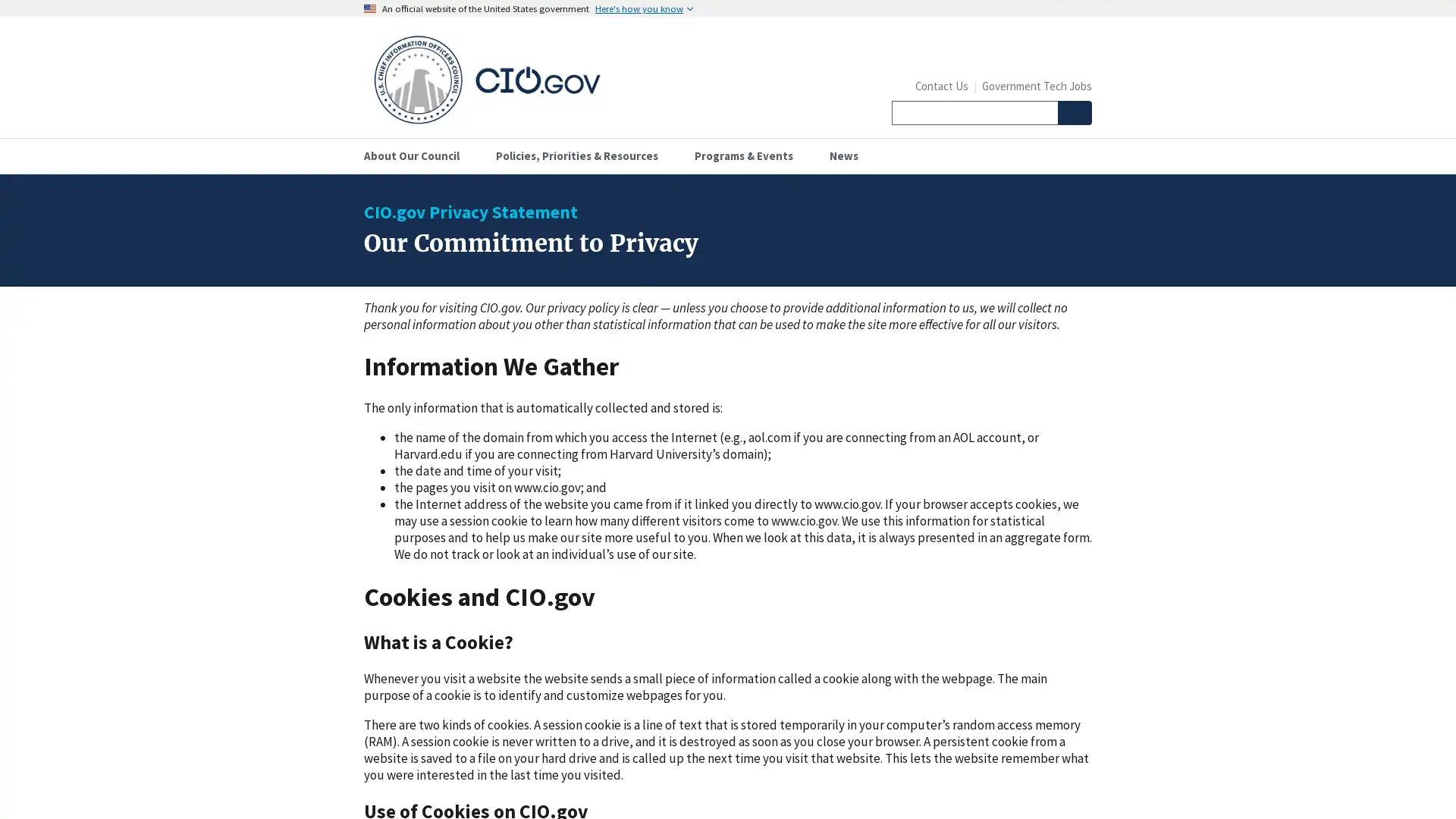 This screenshot has width=1456, height=819. I want to click on Search, so click(1073, 112).